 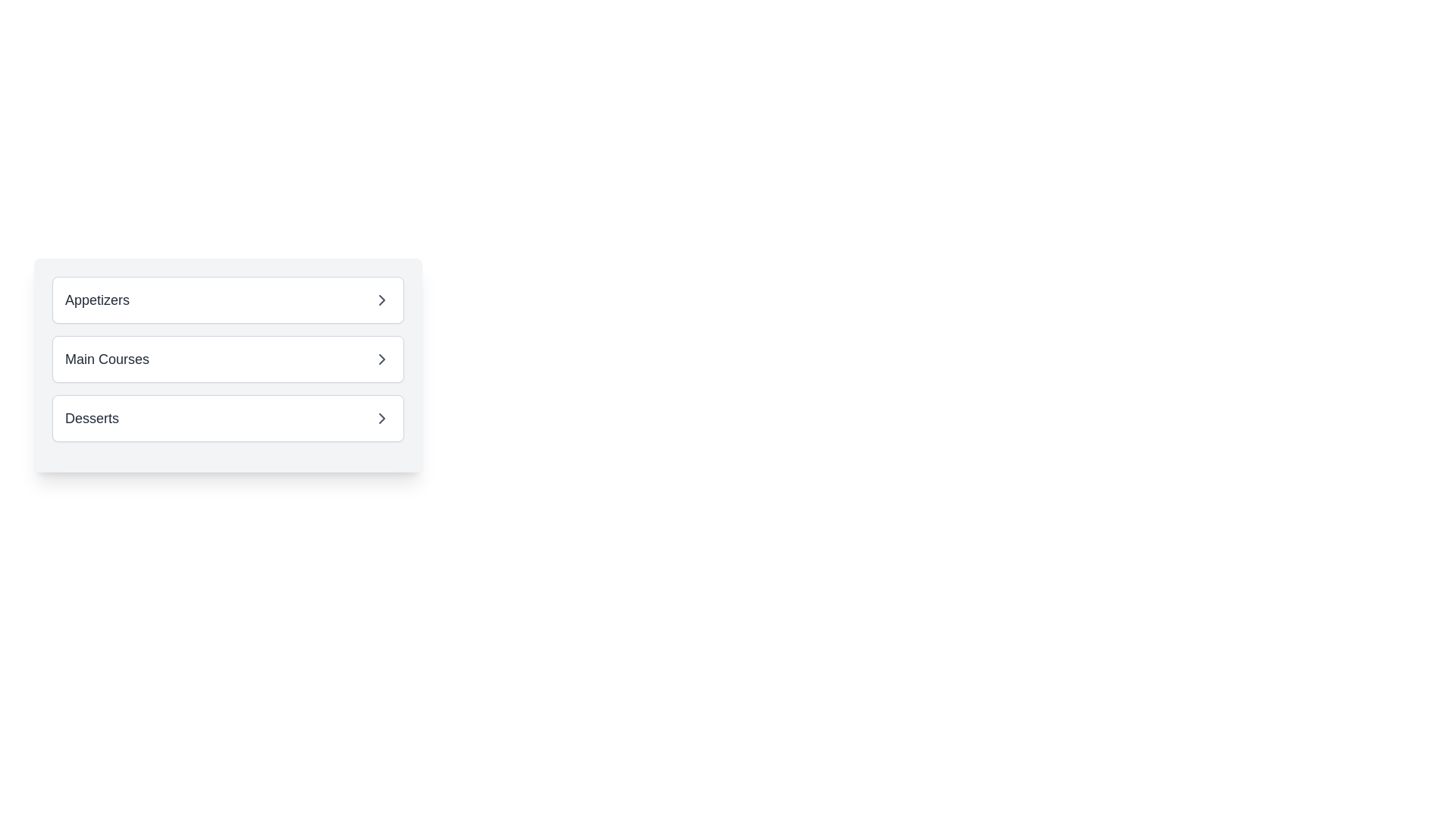 I want to click on the 'Desserts' text label, which serves as a title for the Desserts section located underneath the Appetizers and Main Courses labels, so click(x=91, y=418).